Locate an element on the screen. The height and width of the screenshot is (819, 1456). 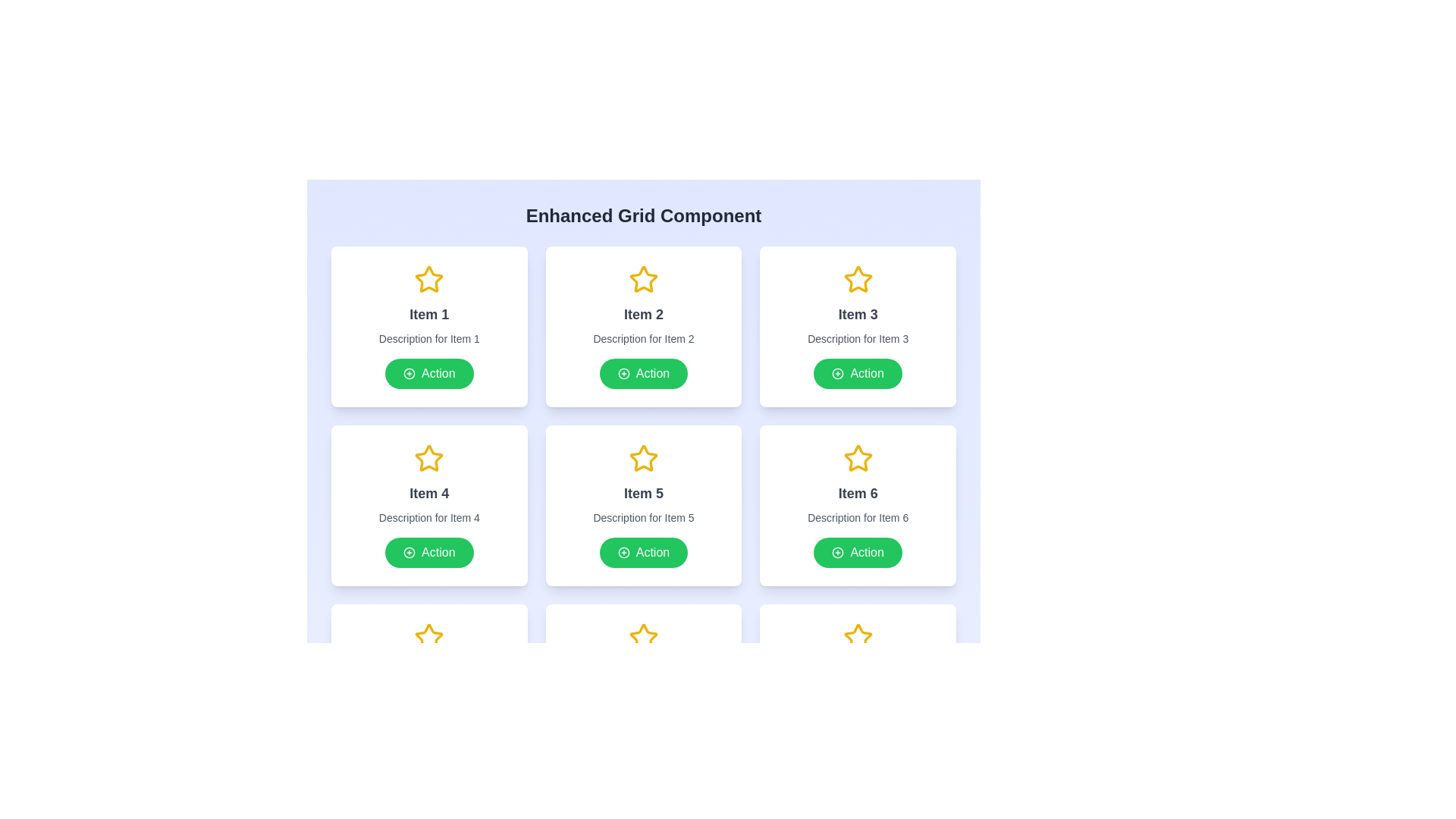
the green button with rounded corners and white text reading 'Action', located at the bottom of the card labeled 'Item 1' is located at coordinates (428, 374).